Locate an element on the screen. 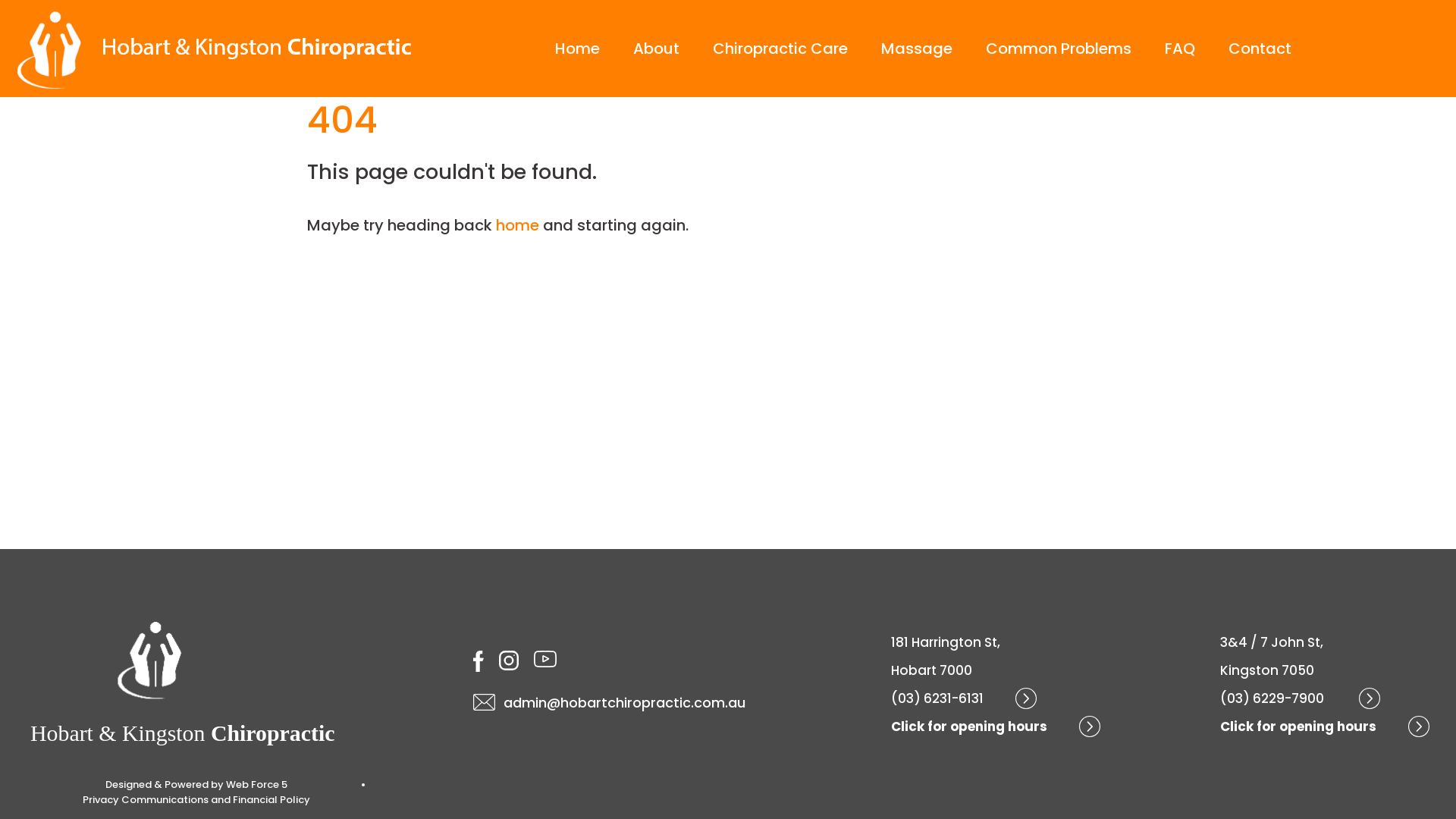  'Privacy Communications and Financial Policy' is located at coordinates (196, 799).